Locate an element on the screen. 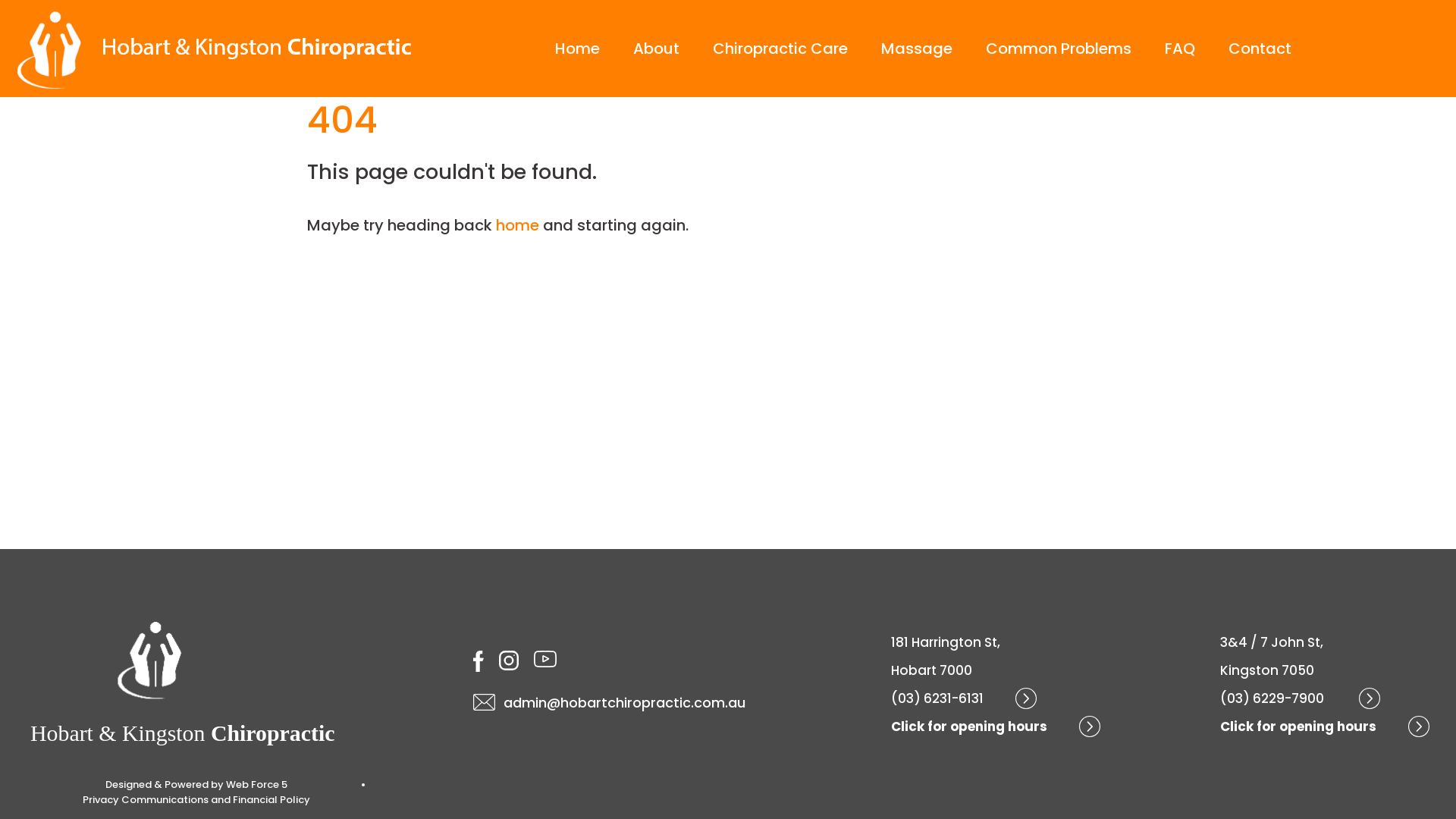  'Privacy Communications and Financial Policy' is located at coordinates (196, 799).